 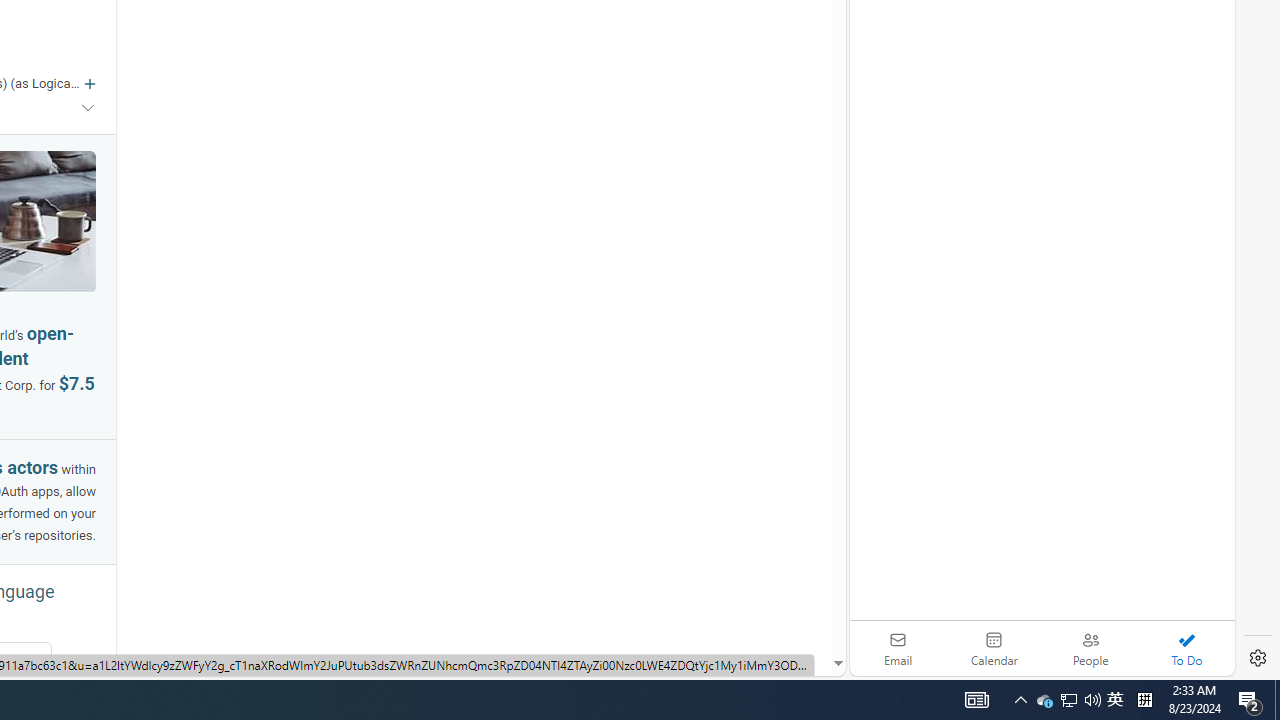 I want to click on 'People', so click(x=1089, y=648).